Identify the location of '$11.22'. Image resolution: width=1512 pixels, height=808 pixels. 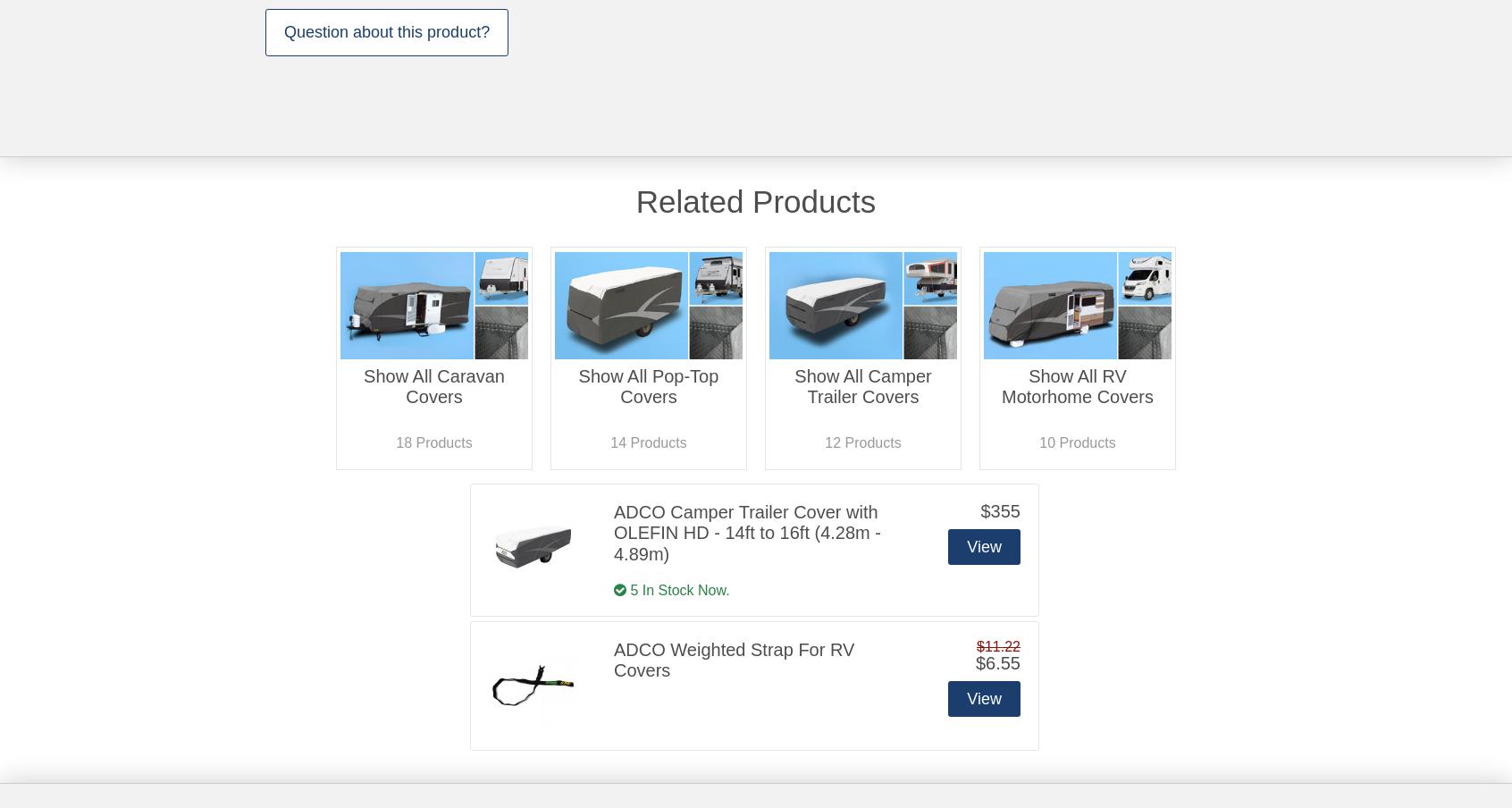
(998, 644).